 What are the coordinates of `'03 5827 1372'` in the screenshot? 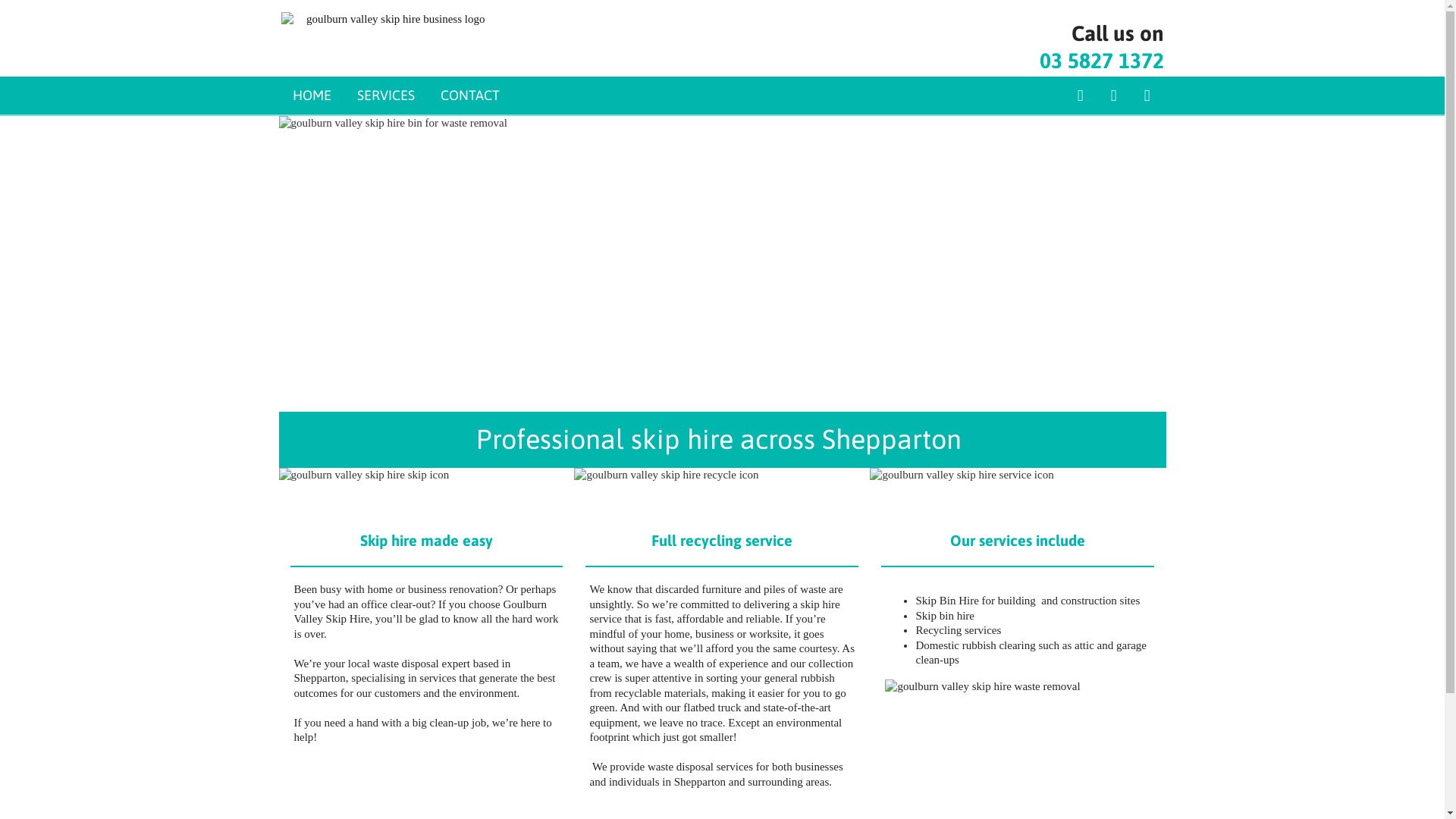 It's located at (1100, 60).